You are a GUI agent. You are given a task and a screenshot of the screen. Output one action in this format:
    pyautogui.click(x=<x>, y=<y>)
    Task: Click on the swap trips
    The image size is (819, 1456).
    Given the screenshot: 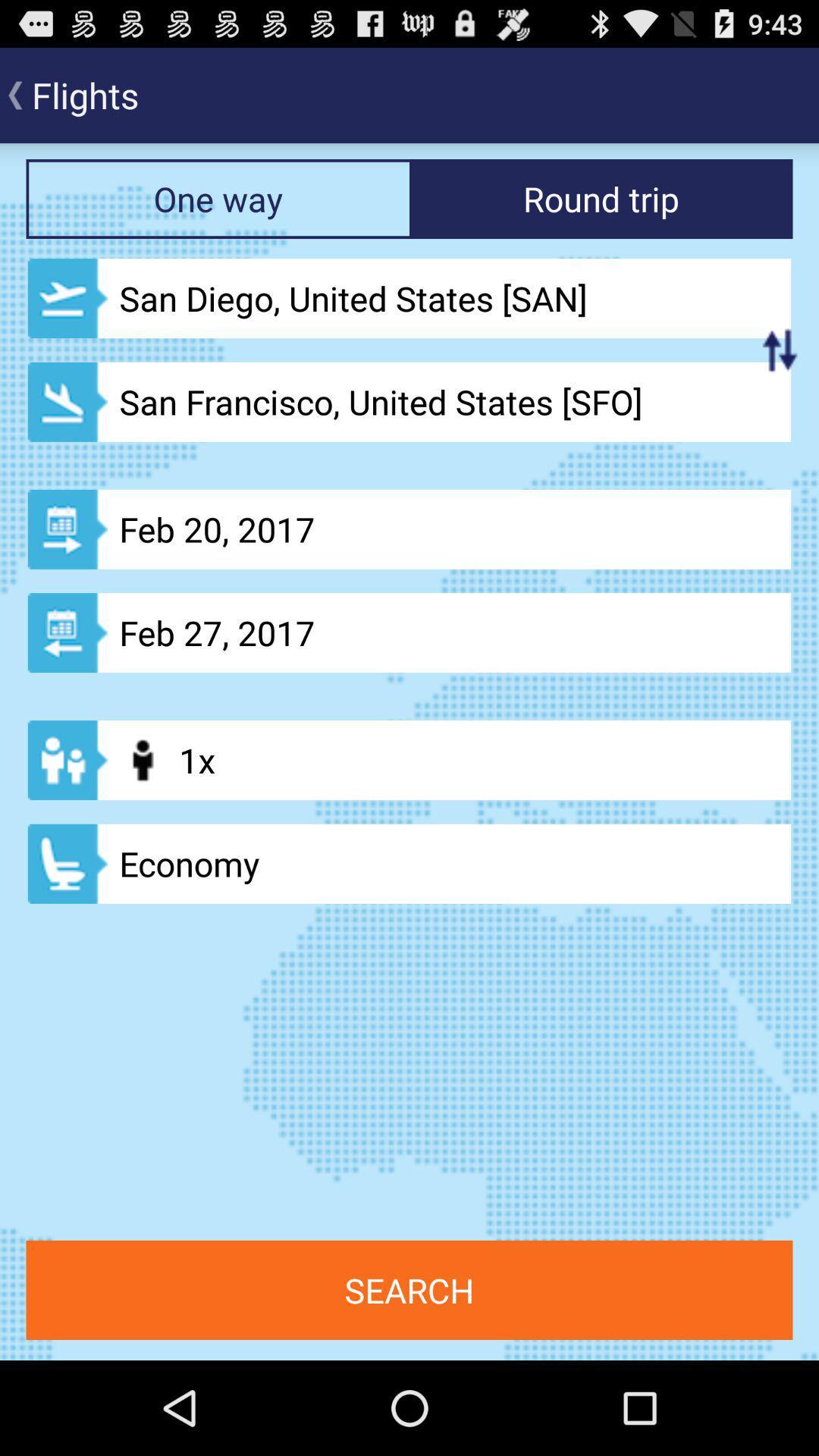 What is the action you would take?
    pyautogui.click(x=780, y=349)
    